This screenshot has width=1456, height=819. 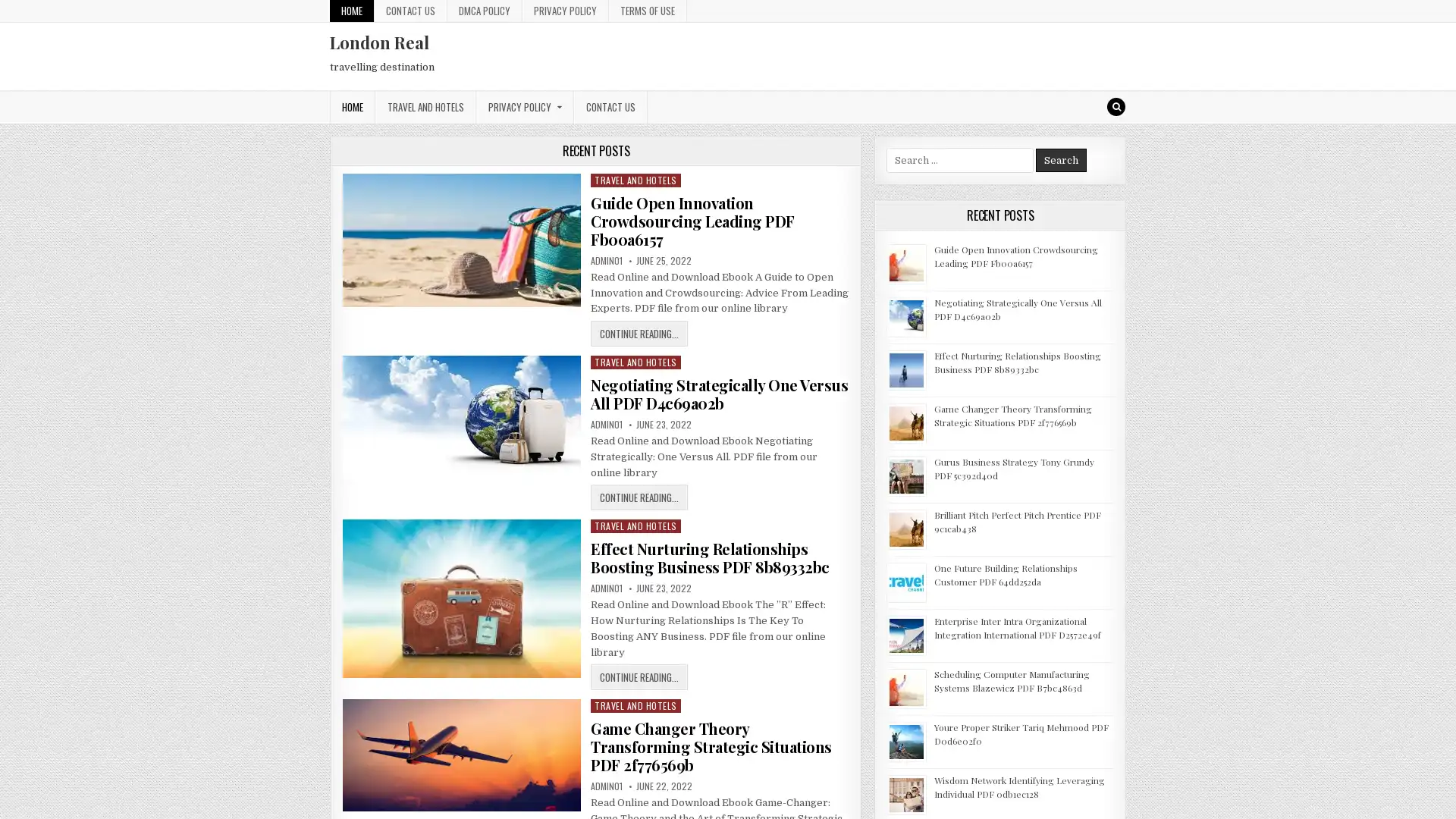 What do you see at coordinates (1060, 160) in the screenshot?
I see `Search` at bounding box center [1060, 160].